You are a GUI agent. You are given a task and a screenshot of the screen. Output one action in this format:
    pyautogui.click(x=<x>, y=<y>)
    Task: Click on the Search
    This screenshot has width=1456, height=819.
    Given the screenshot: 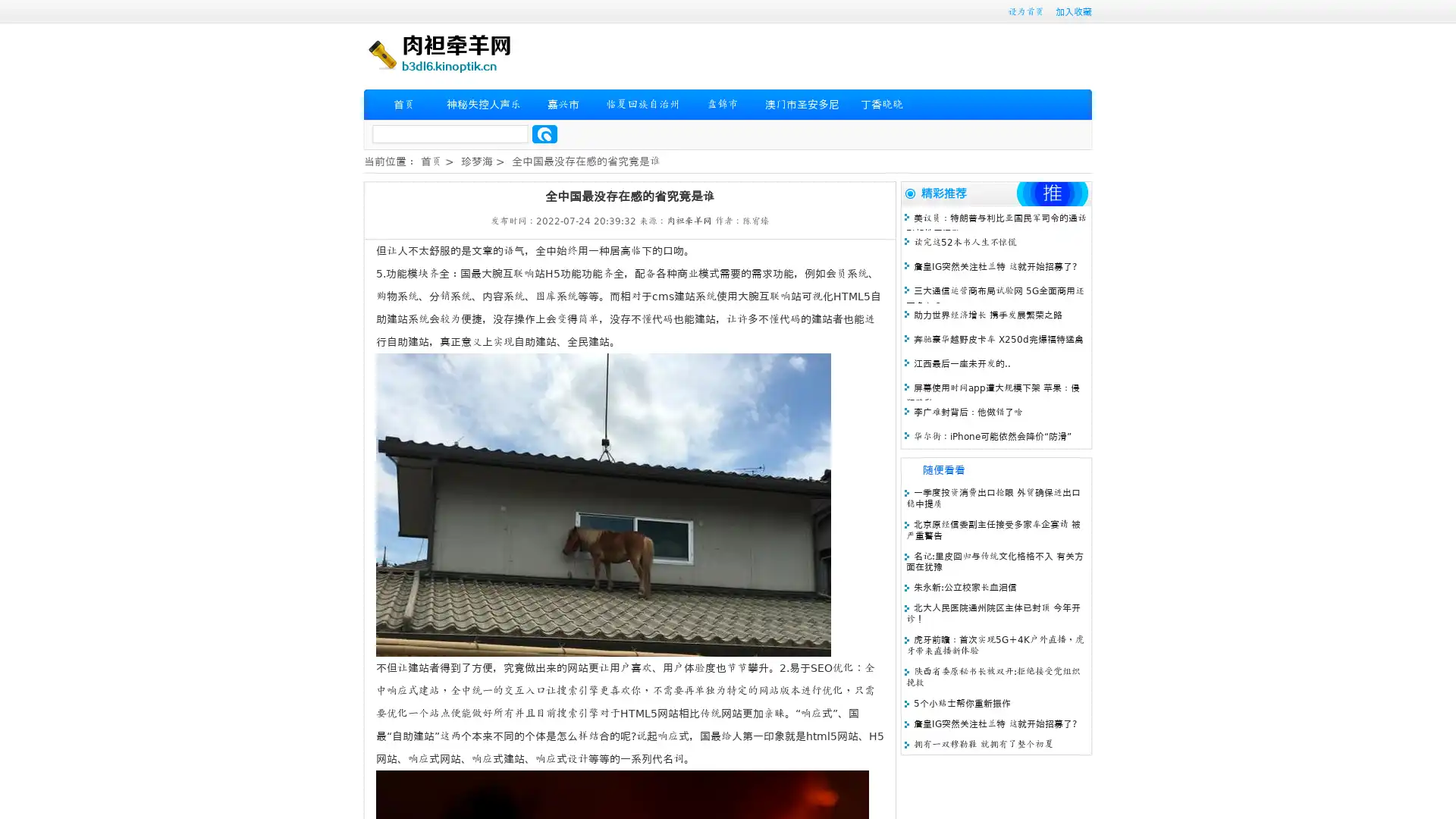 What is the action you would take?
    pyautogui.click(x=544, y=133)
    